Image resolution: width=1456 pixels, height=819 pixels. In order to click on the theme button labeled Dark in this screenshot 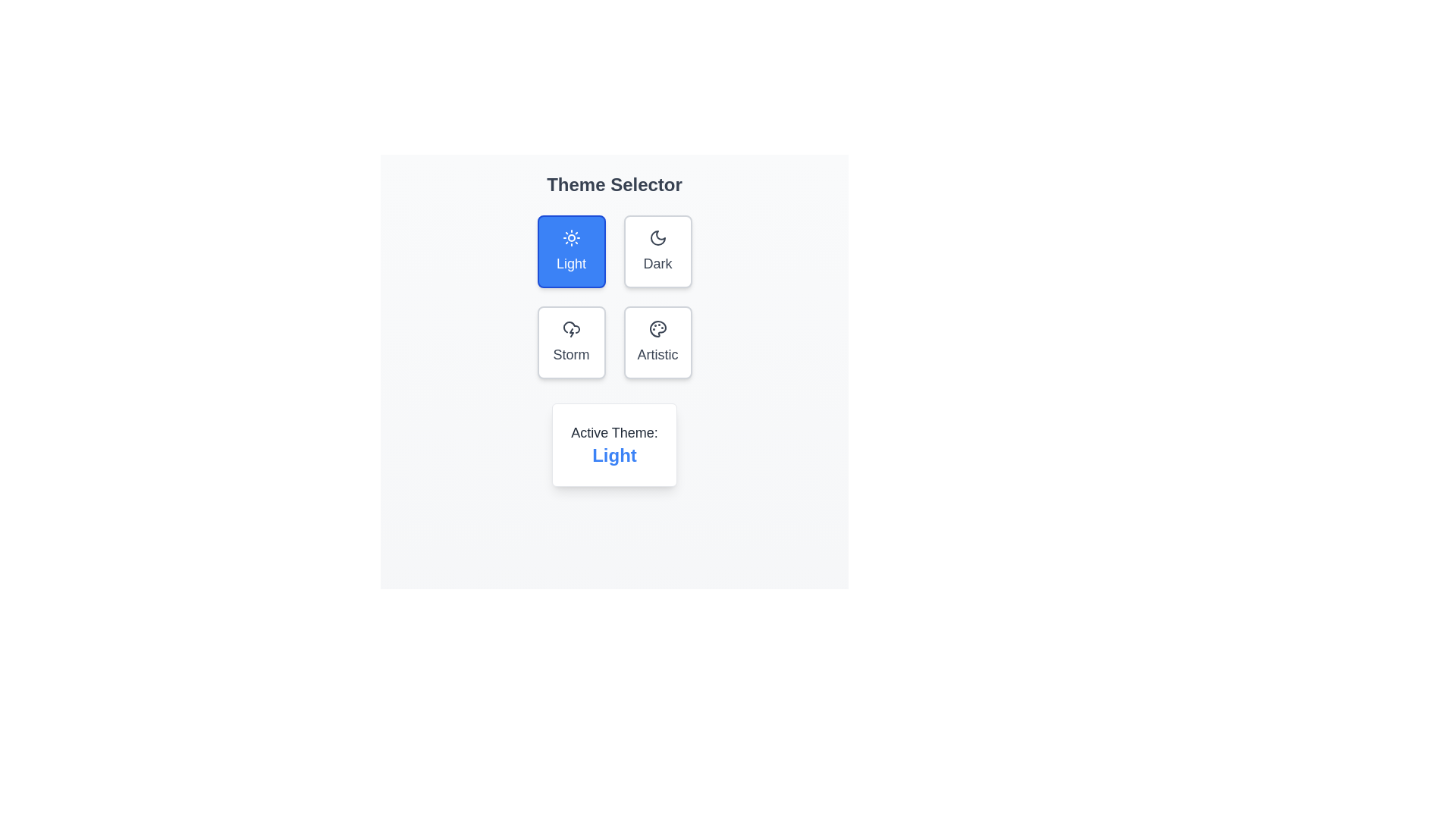, I will do `click(657, 250)`.